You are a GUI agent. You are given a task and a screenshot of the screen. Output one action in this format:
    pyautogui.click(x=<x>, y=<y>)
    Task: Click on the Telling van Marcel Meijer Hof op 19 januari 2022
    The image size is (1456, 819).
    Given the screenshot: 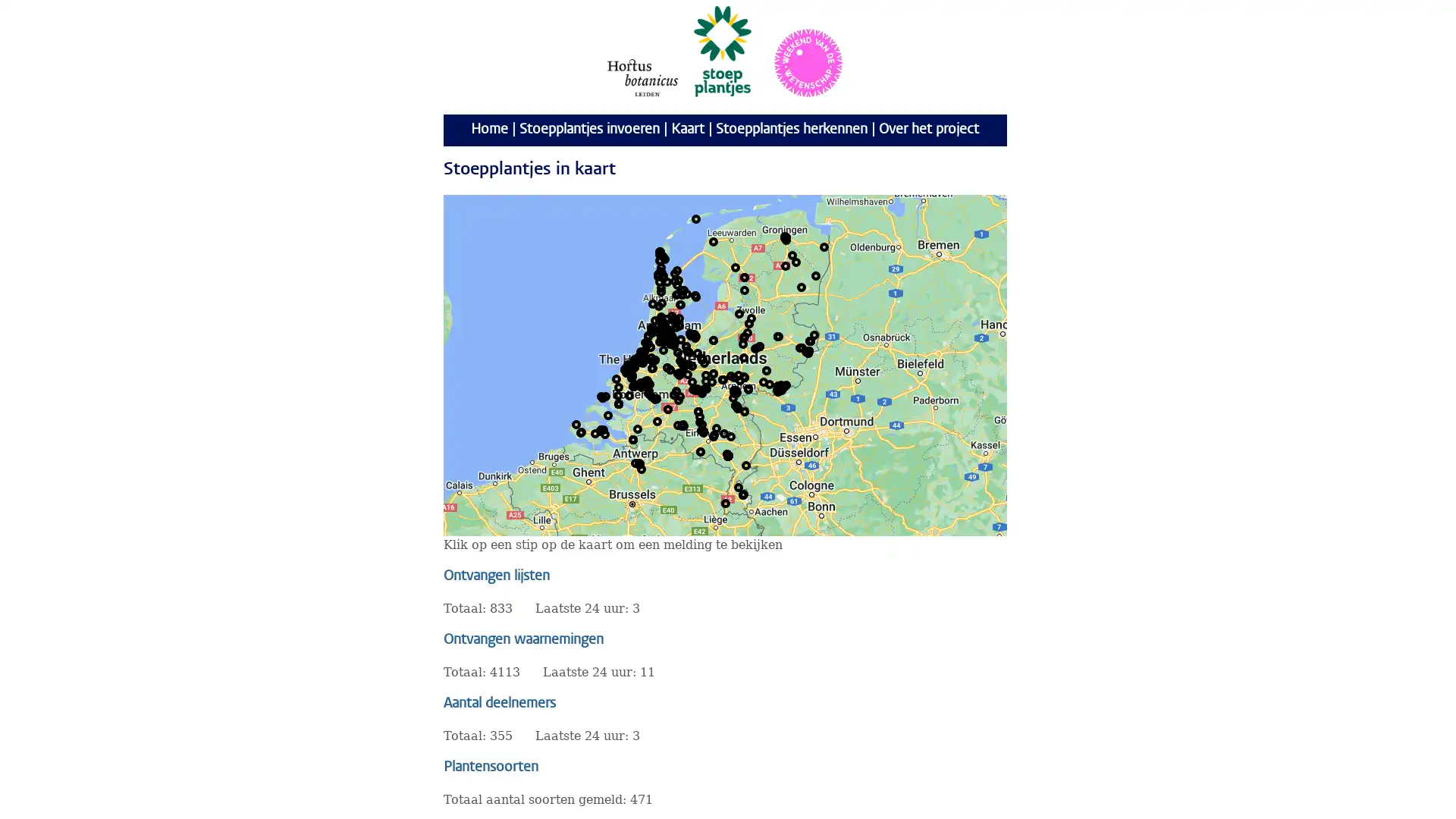 What is the action you would take?
    pyautogui.click(x=807, y=351)
    